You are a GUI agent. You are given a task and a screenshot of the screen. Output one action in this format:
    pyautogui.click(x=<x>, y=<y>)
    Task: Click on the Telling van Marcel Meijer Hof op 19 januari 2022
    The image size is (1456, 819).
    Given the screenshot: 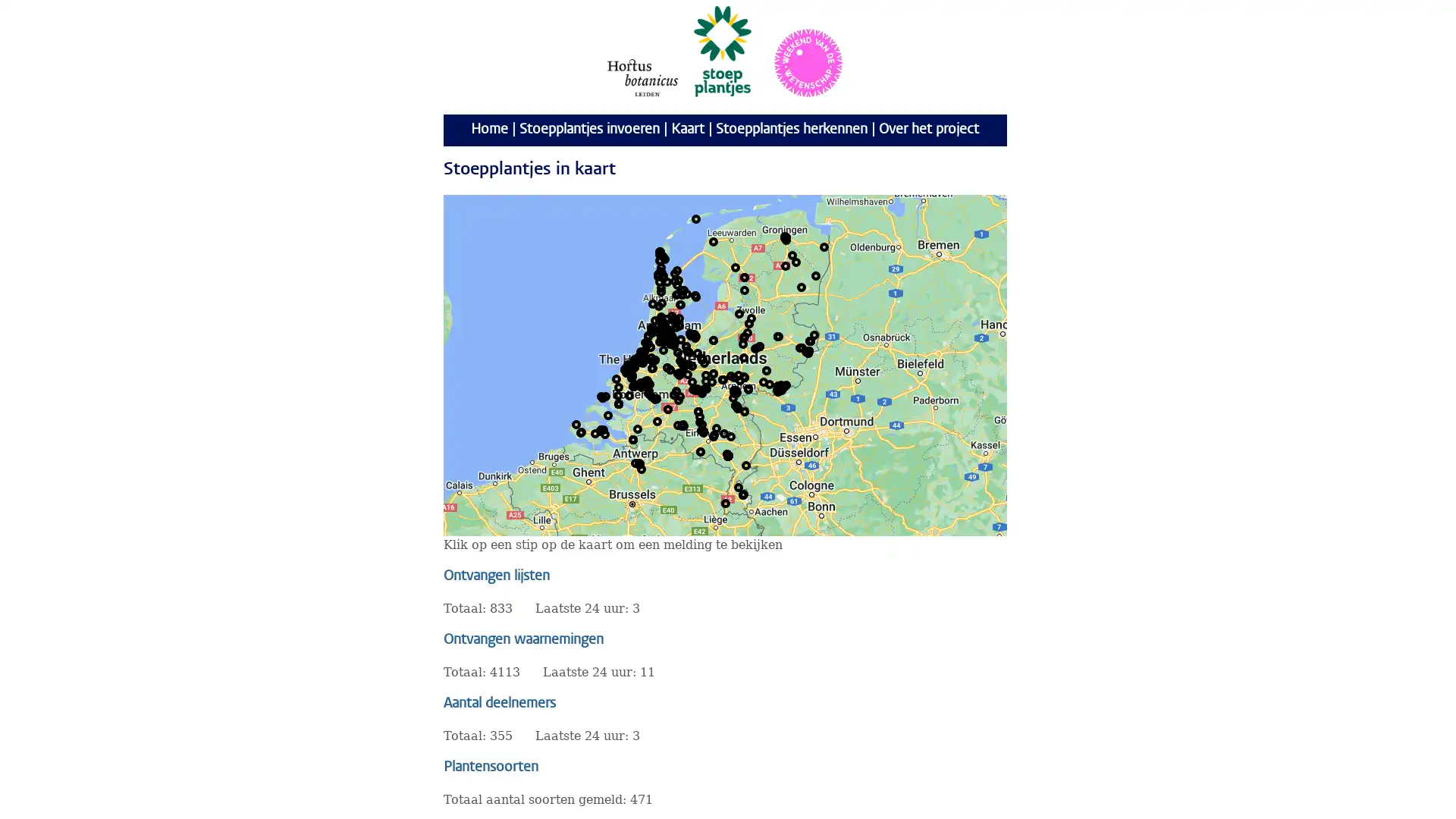 What is the action you would take?
    pyautogui.click(x=807, y=351)
    